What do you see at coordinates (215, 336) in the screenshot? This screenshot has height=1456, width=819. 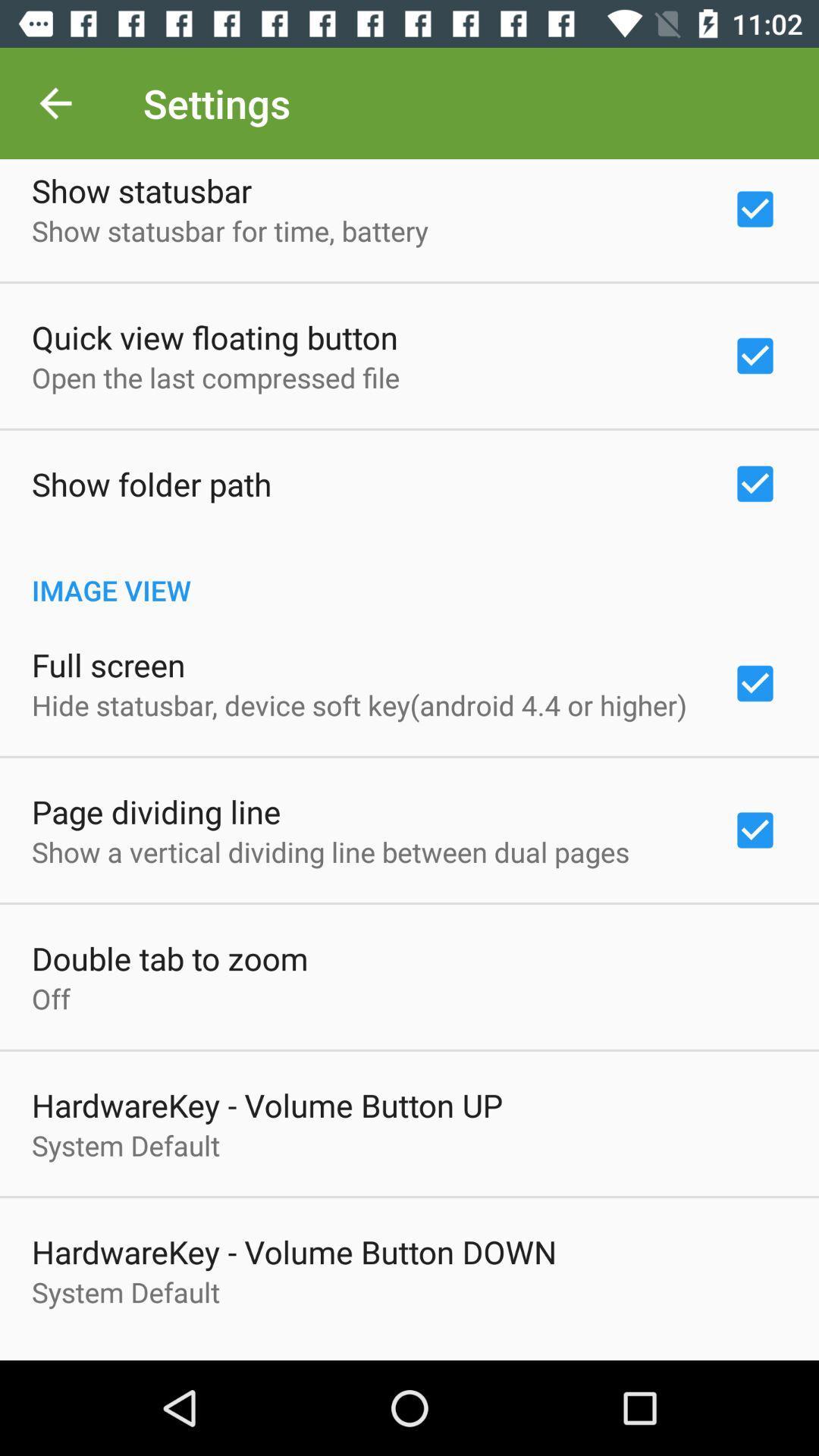 I see `the icon below show statusbar for` at bounding box center [215, 336].